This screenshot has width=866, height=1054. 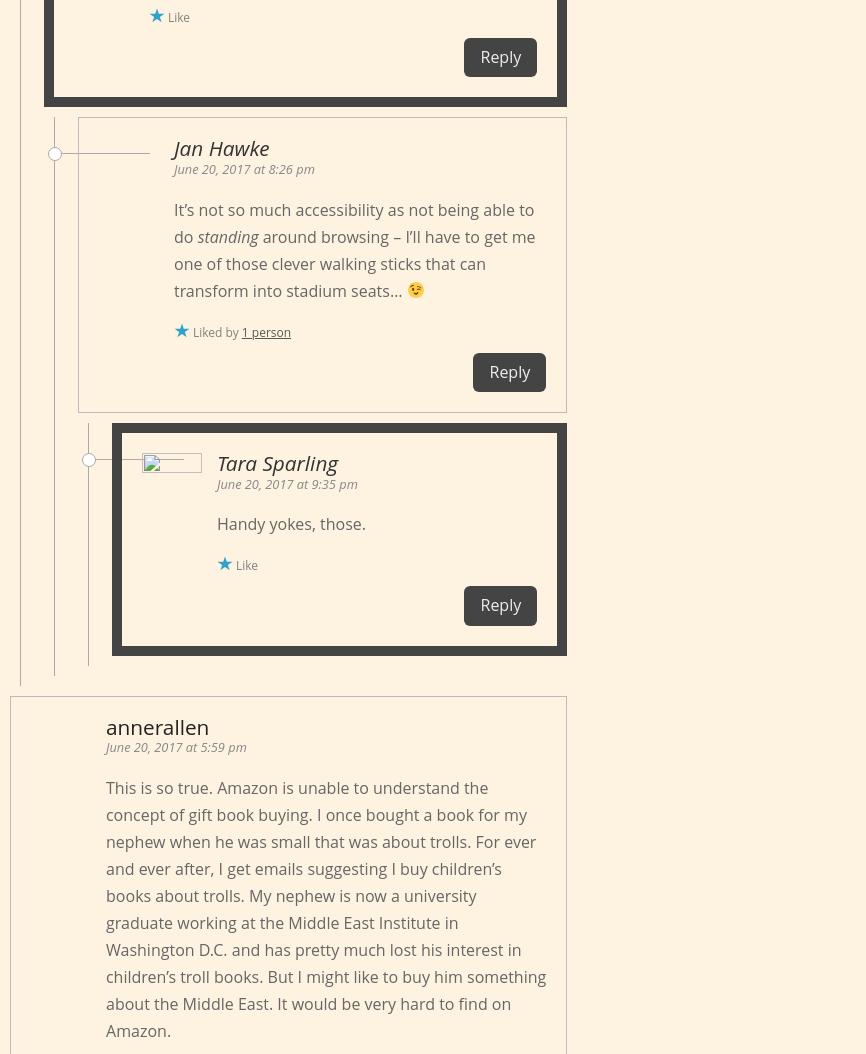 What do you see at coordinates (216, 331) in the screenshot?
I see `'Liked by'` at bounding box center [216, 331].